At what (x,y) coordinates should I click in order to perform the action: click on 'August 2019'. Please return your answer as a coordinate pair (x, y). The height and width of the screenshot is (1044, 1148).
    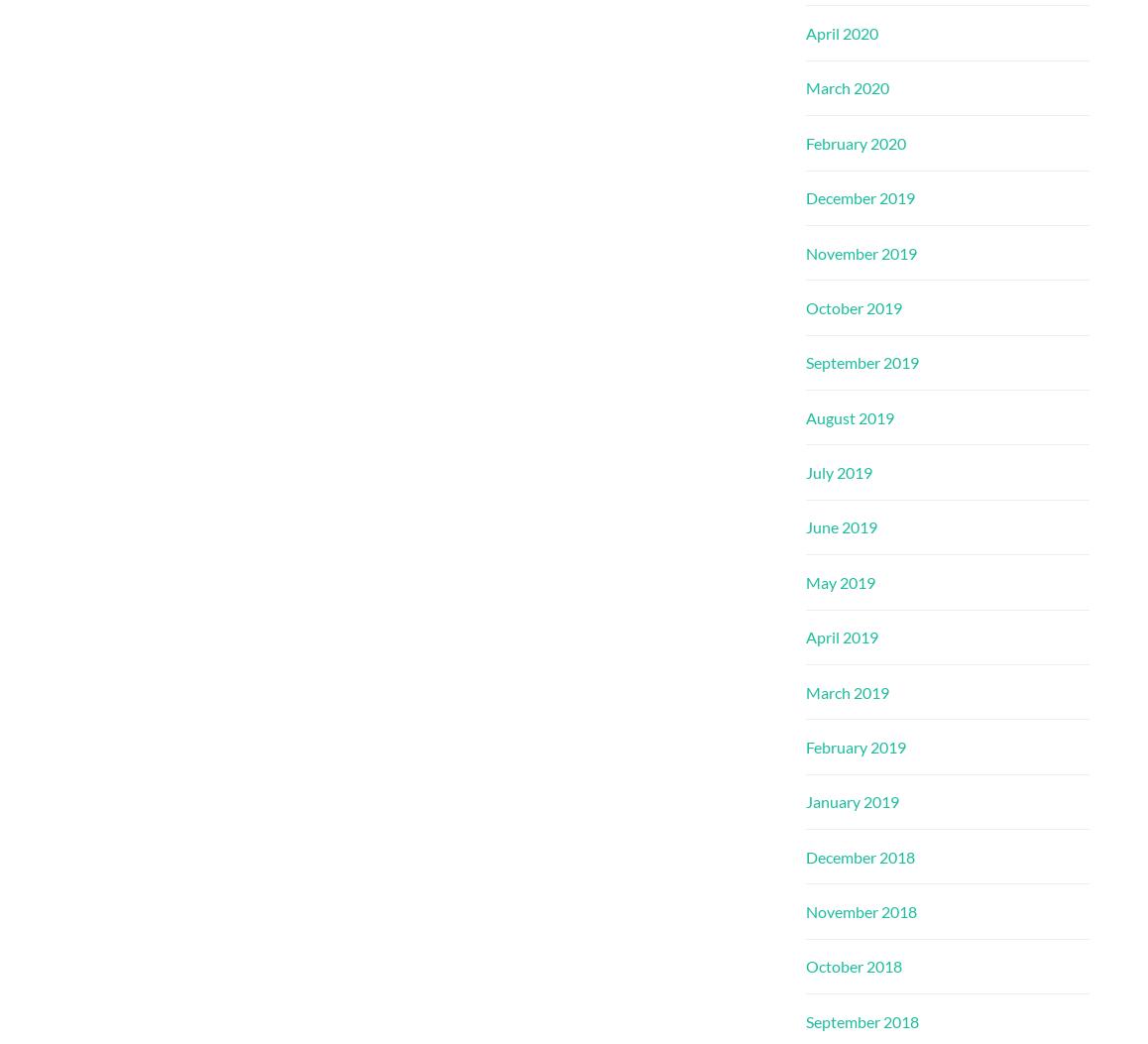
    Looking at the image, I should click on (849, 416).